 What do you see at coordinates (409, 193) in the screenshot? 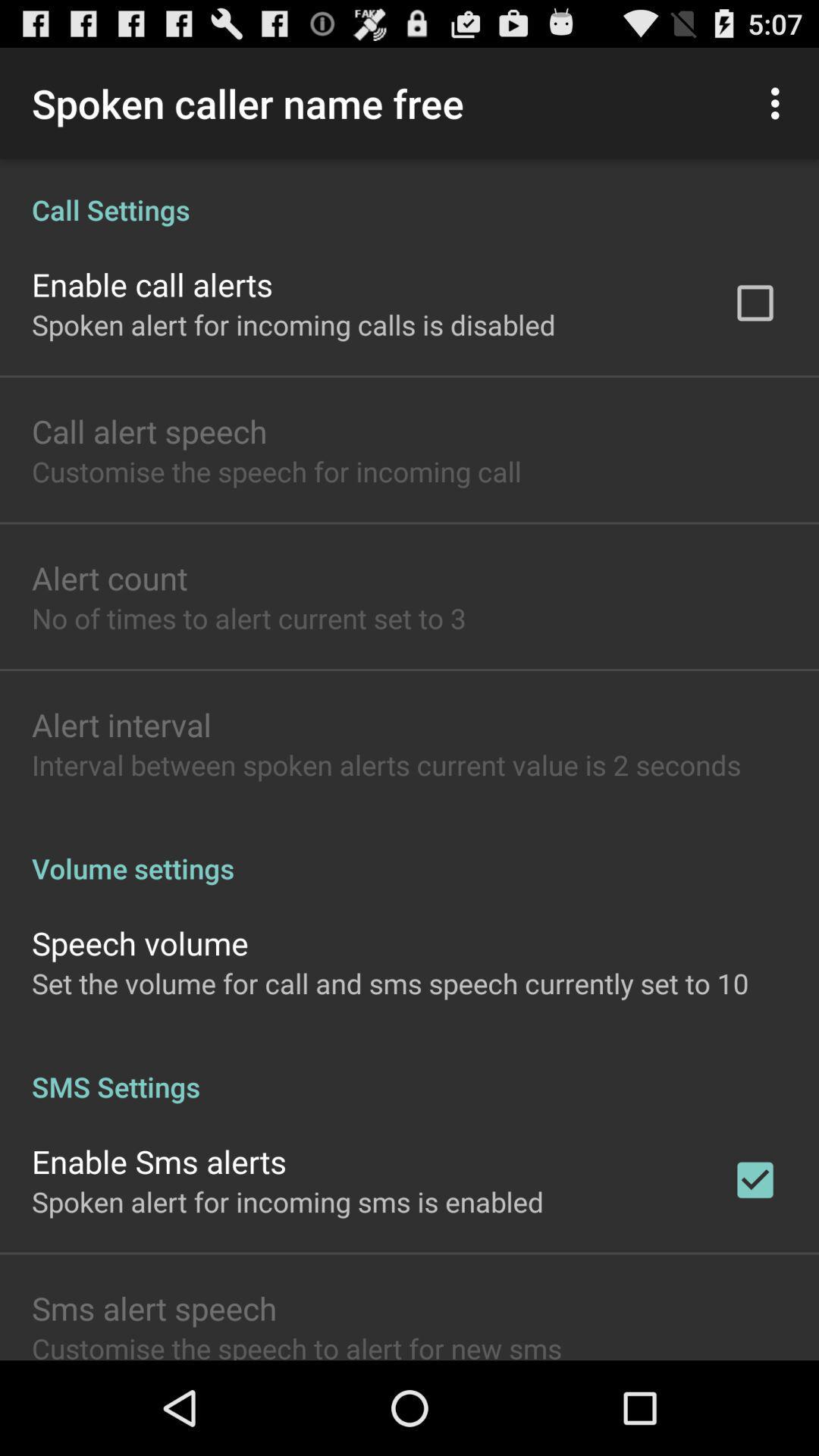
I see `call settings app` at bounding box center [409, 193].